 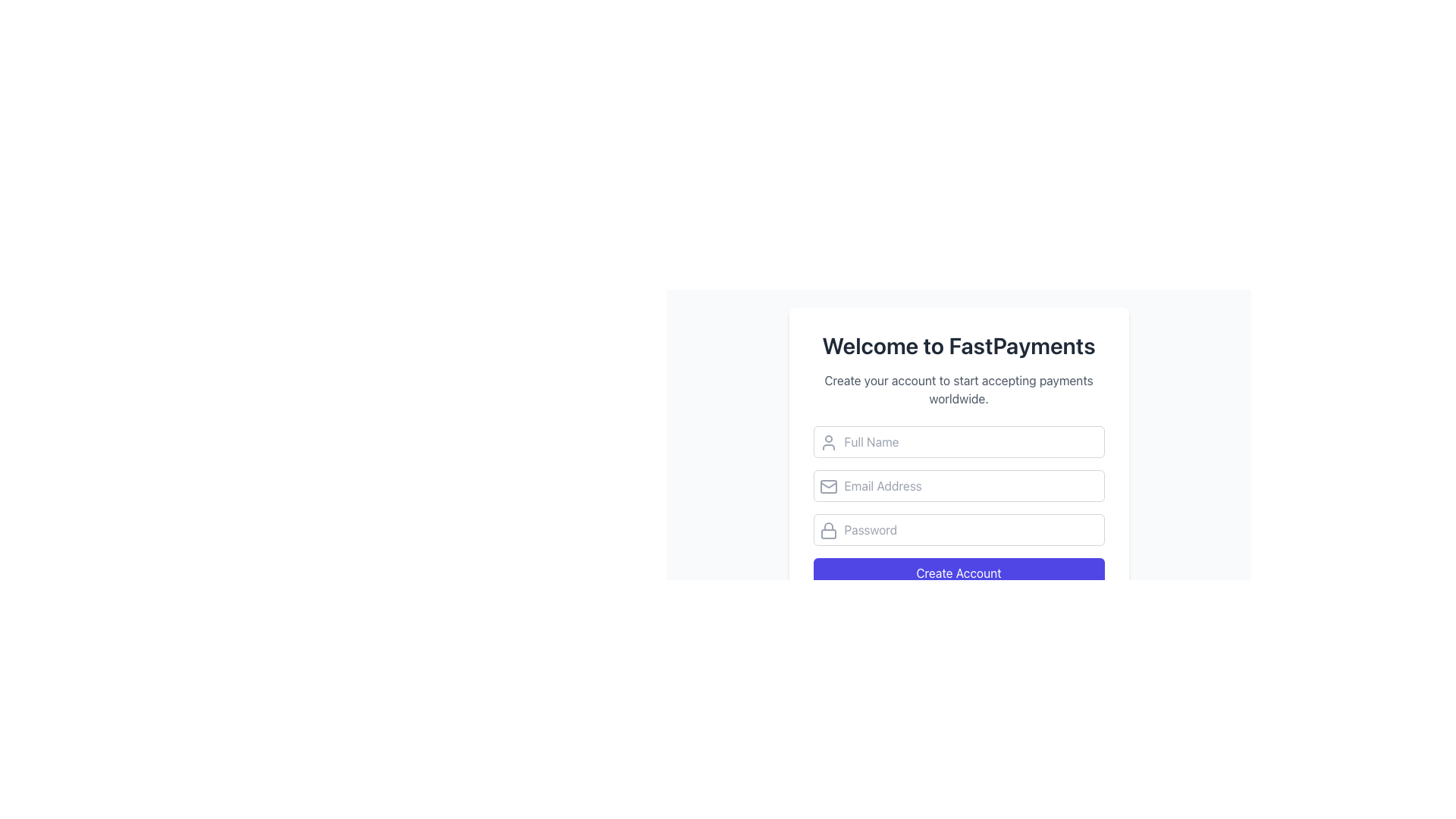 I want to click on the rectangular graphical element within the SVG mail icon, which is styled in gray tones and located to the left of the 'Email Address' input field, so click(x=827, y=486).